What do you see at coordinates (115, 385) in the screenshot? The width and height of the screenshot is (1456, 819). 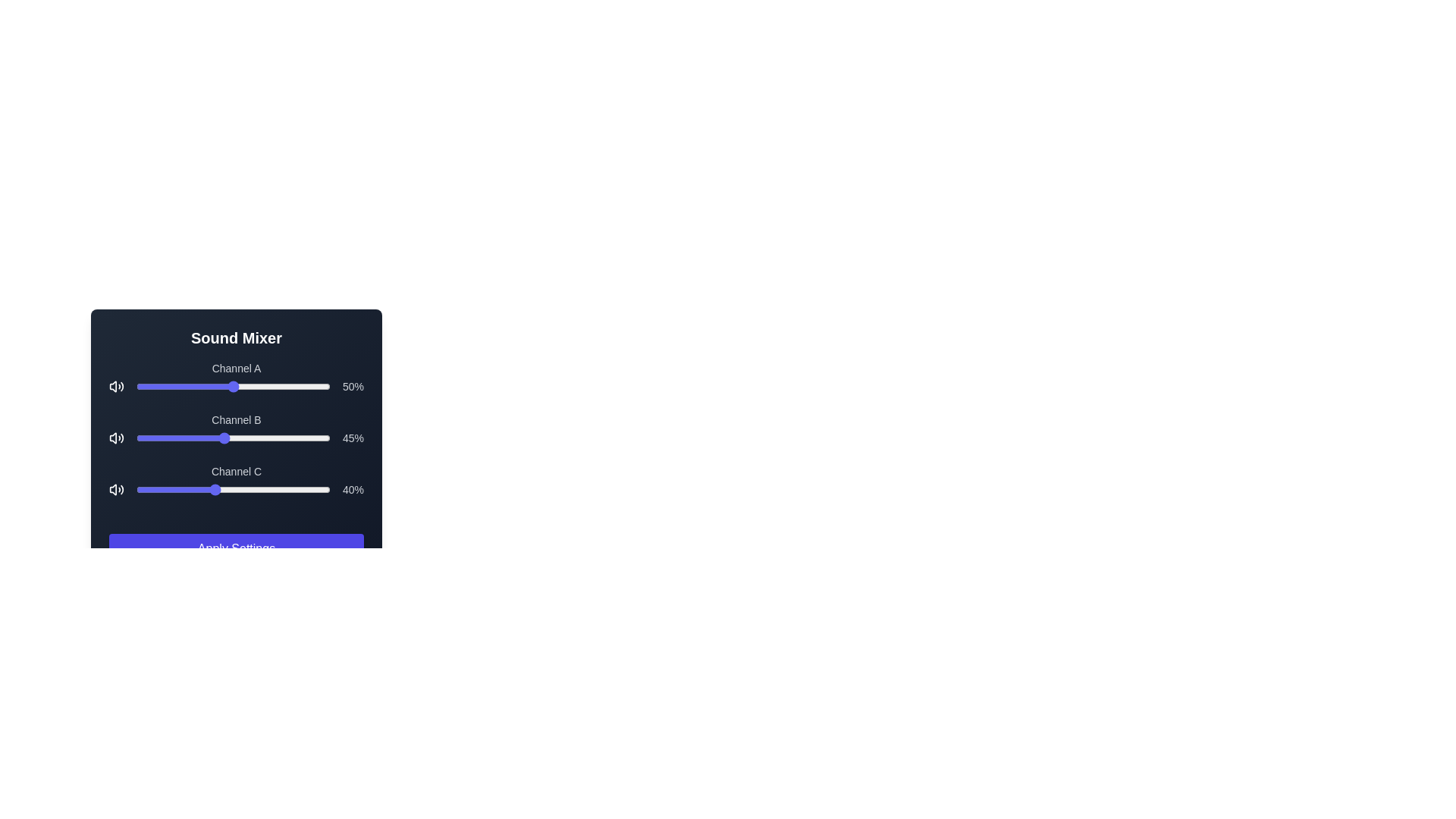 I see `the SVG Icon representing volume control for 'Channel A', located to the left of the slider labeled '50%'` at bounding box center [115, 385].